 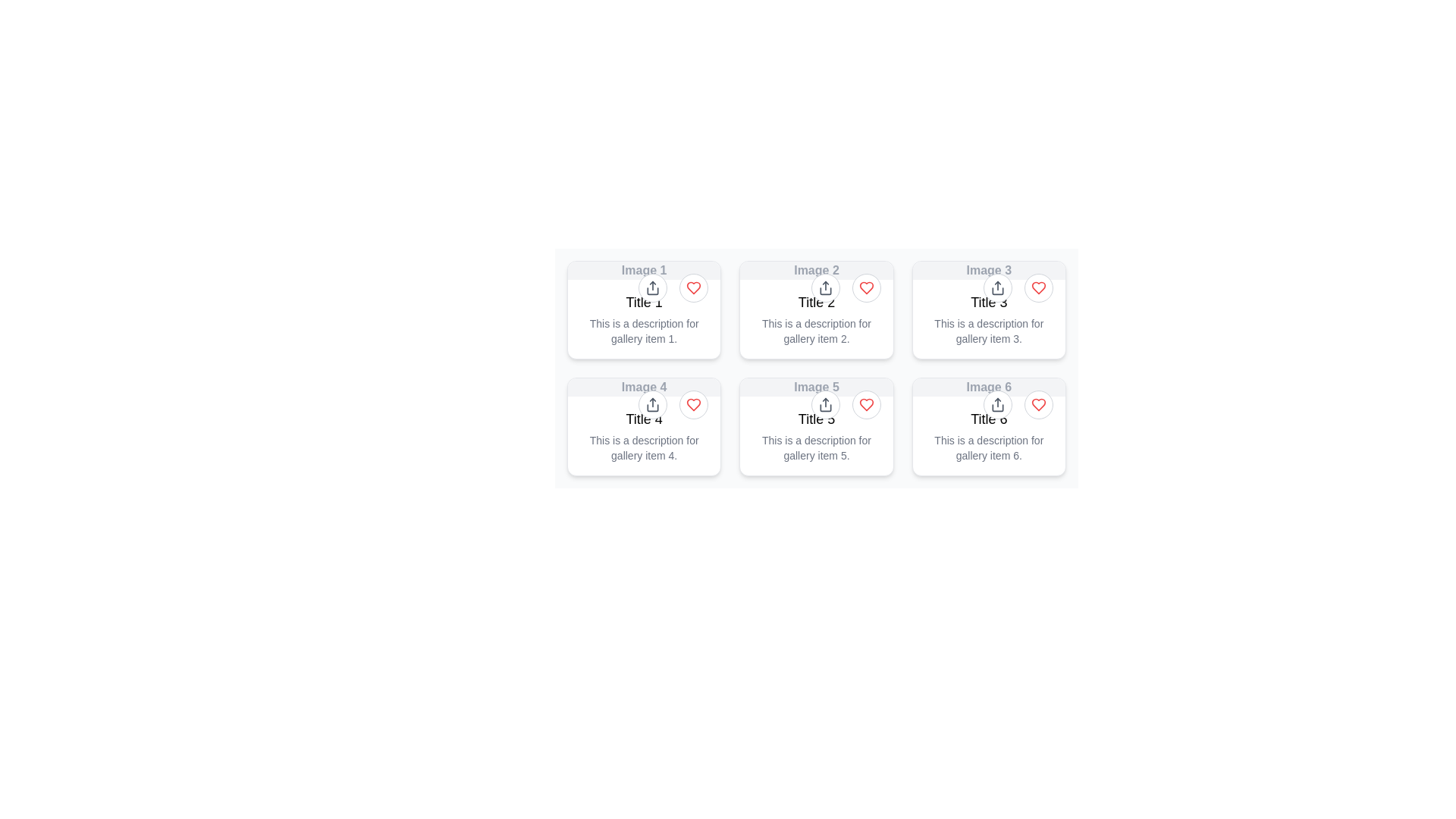 What do you see at coordinates (997, 403) in the screenshot?
I see `the share button for 'Image 6', located at the top-right corner of its card, to change its background color` at bounding box center [997, 403].